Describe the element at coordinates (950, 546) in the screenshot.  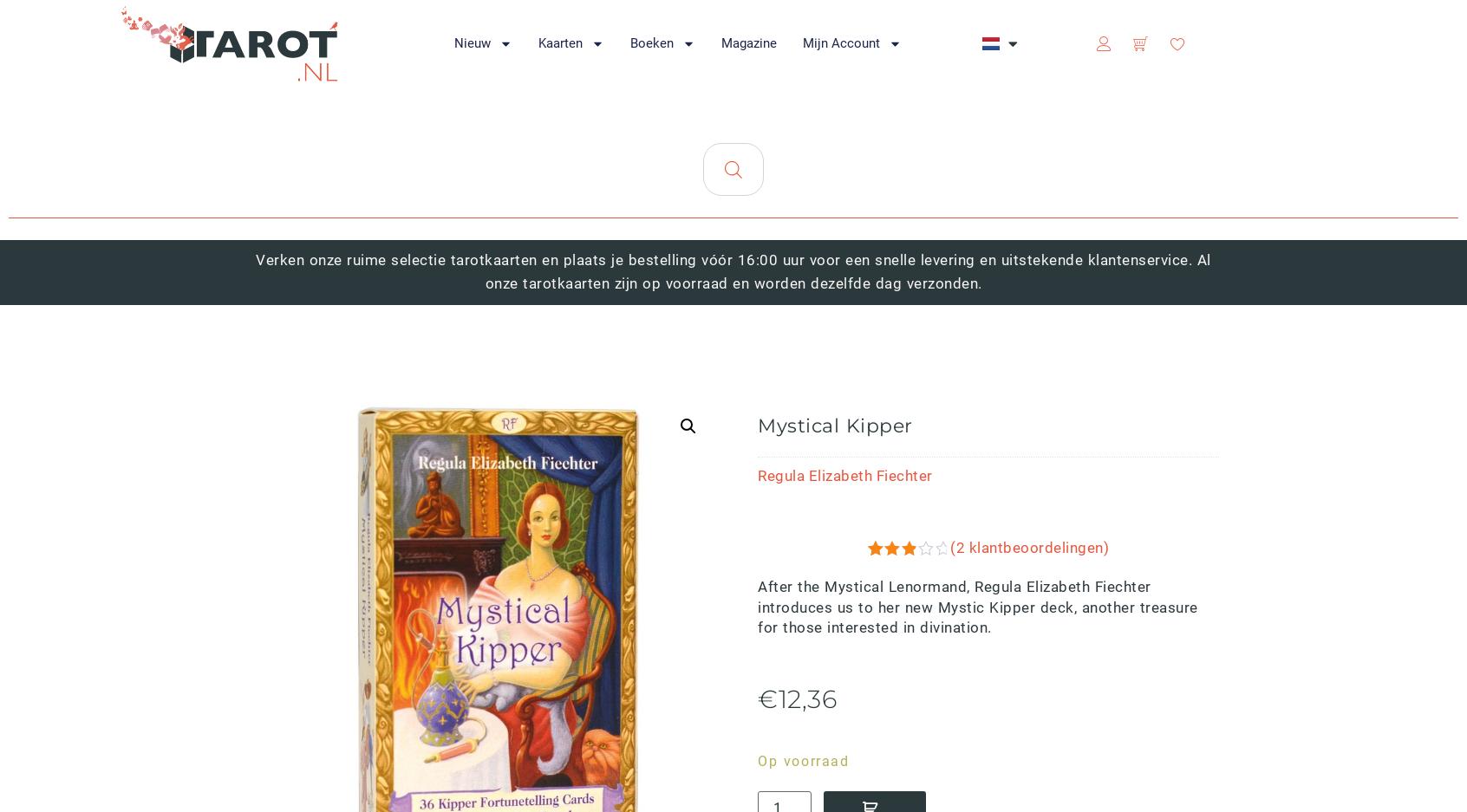
I see `'('` at that location.